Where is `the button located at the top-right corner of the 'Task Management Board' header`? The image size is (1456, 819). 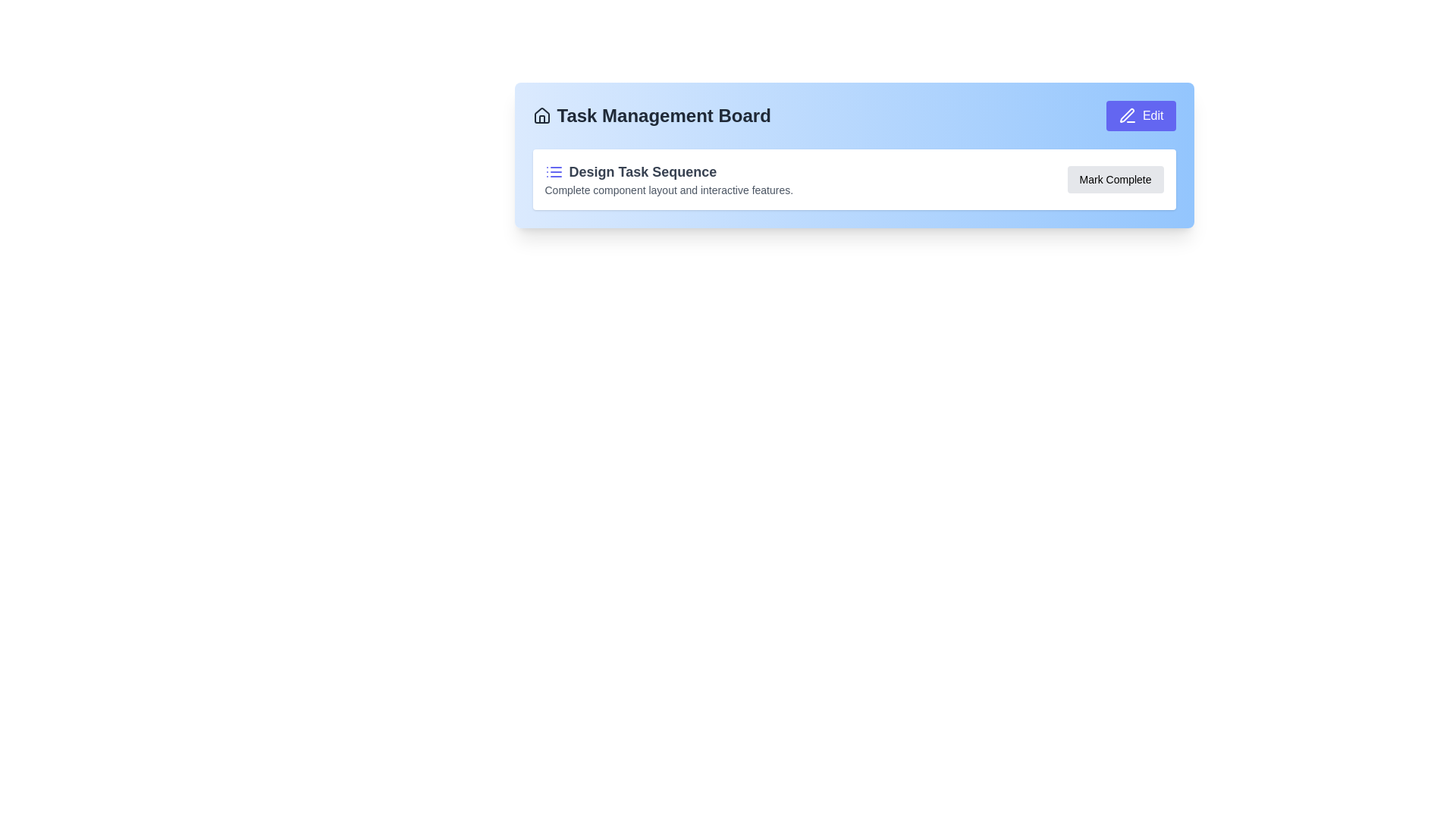
the button located at the top-right corner of the 'Task Management Board' header is located at coordinates (1141, 115).